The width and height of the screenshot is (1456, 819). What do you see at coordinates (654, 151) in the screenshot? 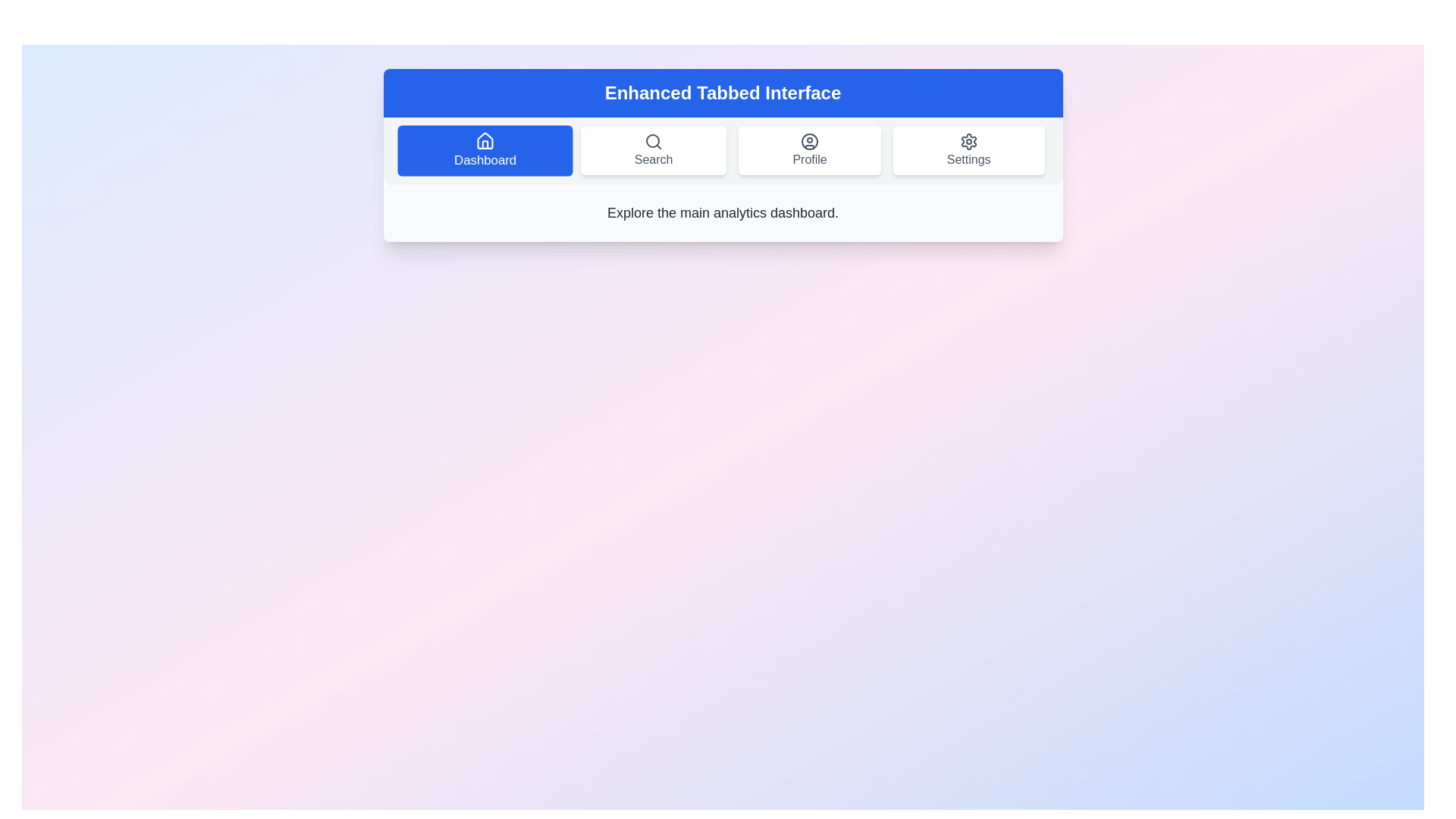
I see `the Interactive navigation button, which is the second tab in the upper tabbed navigation bar, to potentially display a tooltip` at bounding box center [654, 151].